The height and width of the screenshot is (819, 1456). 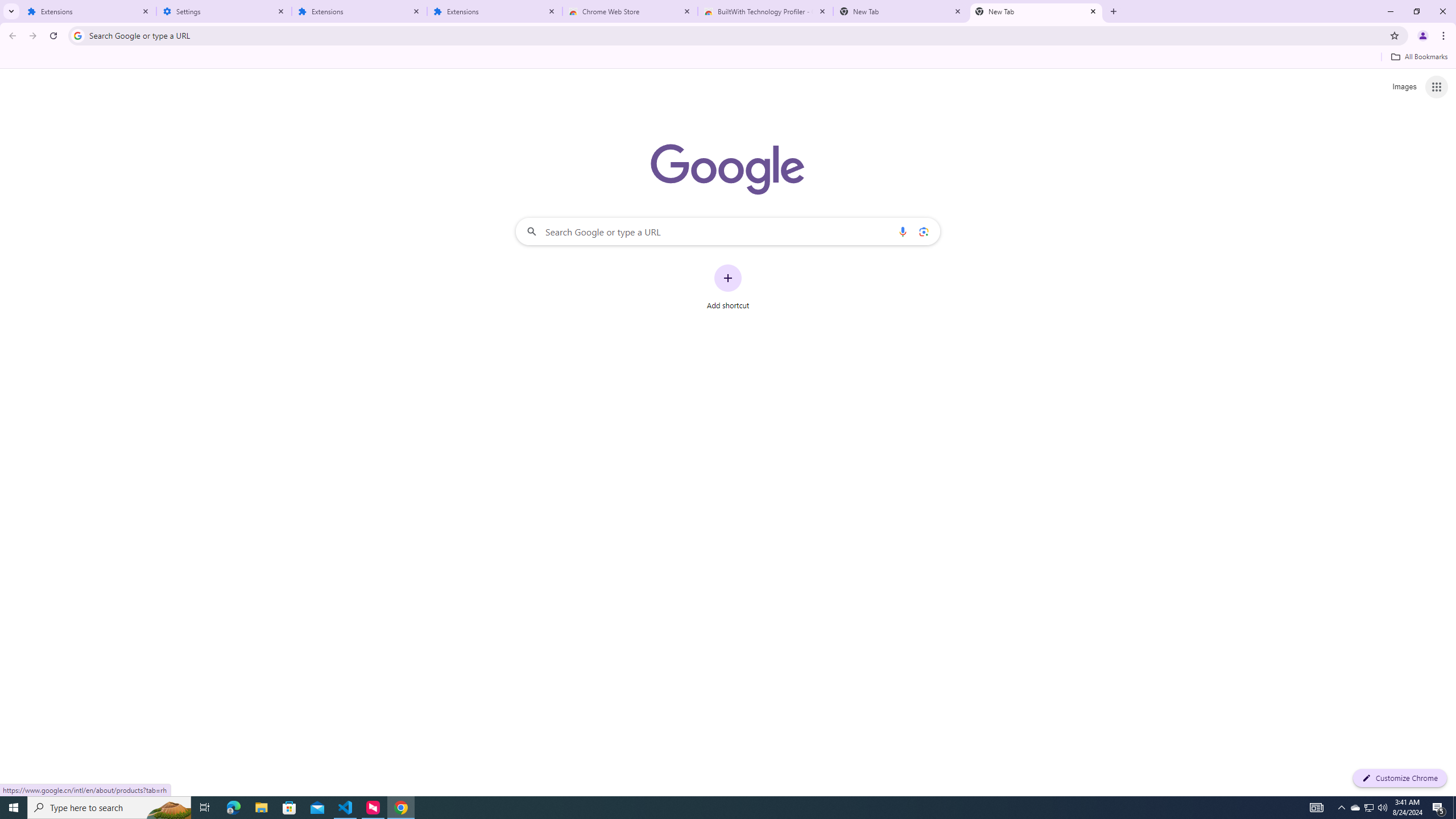 I want to click on 'Search for Images ', so click(x=1404, y=87).